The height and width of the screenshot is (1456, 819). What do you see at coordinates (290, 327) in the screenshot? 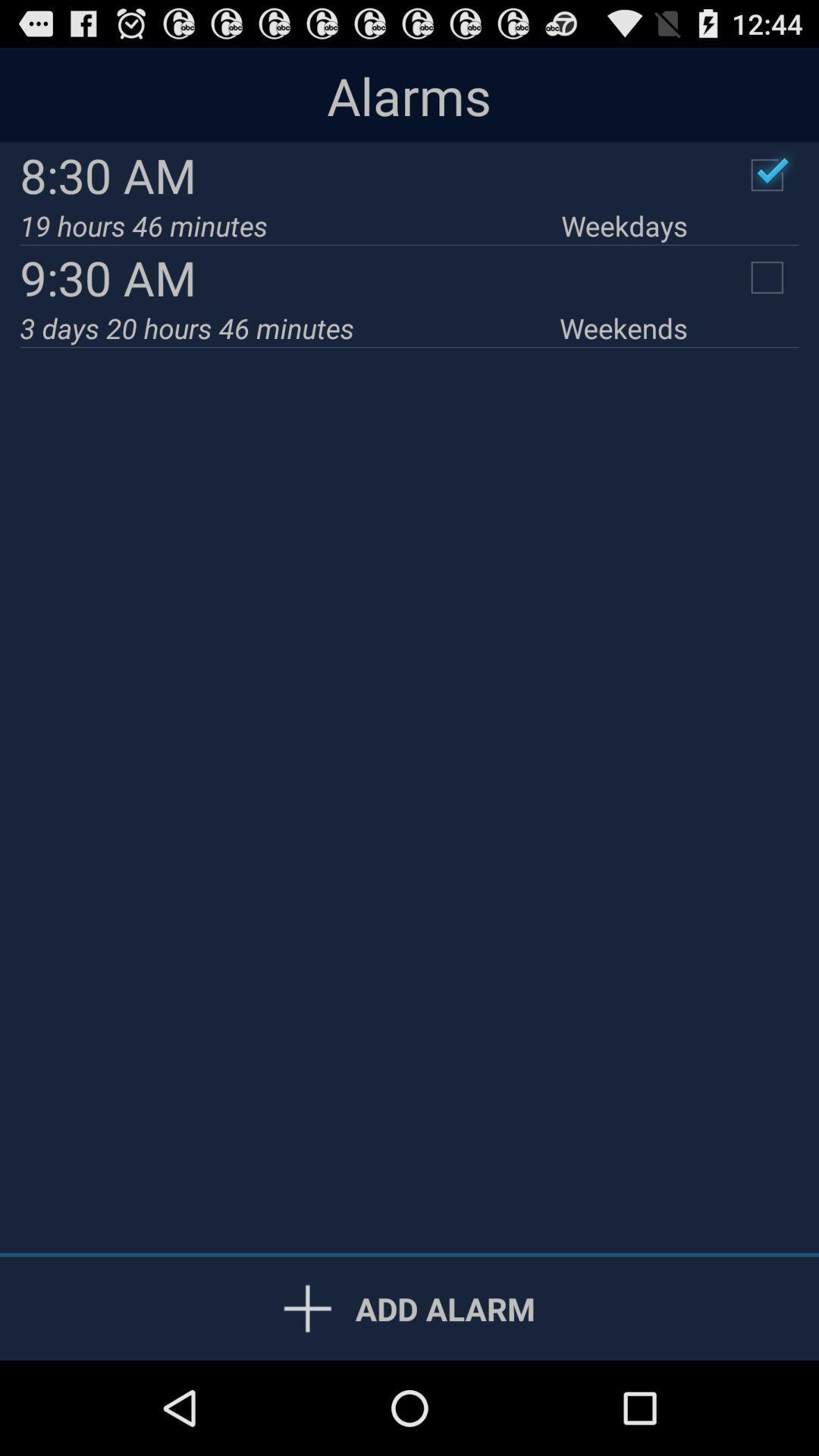
I see `the 3 days 20 app` at bounding box center [290, 327].